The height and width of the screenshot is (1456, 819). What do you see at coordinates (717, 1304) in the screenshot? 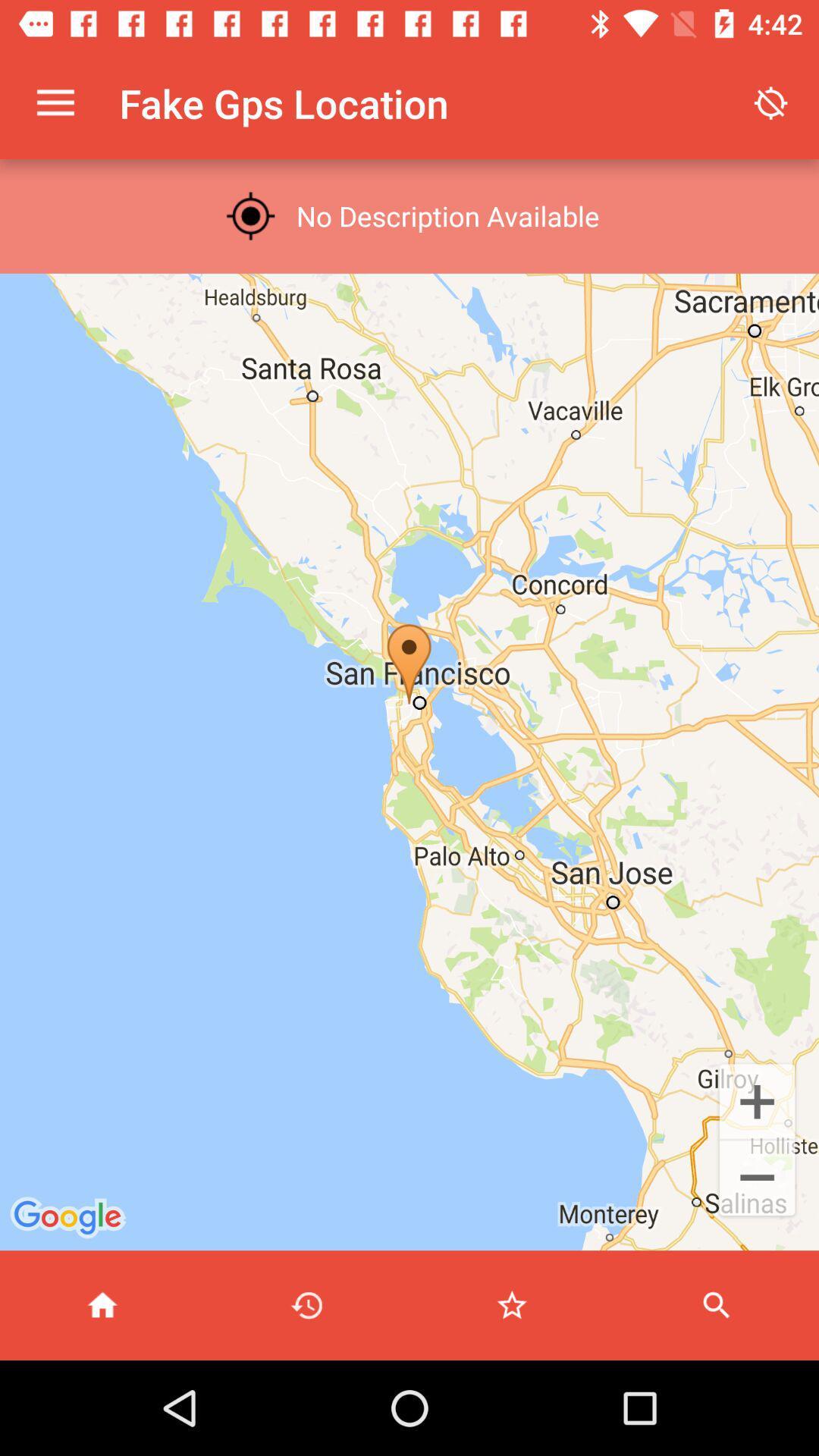
I see `search` at bounding box center [717, 1304].